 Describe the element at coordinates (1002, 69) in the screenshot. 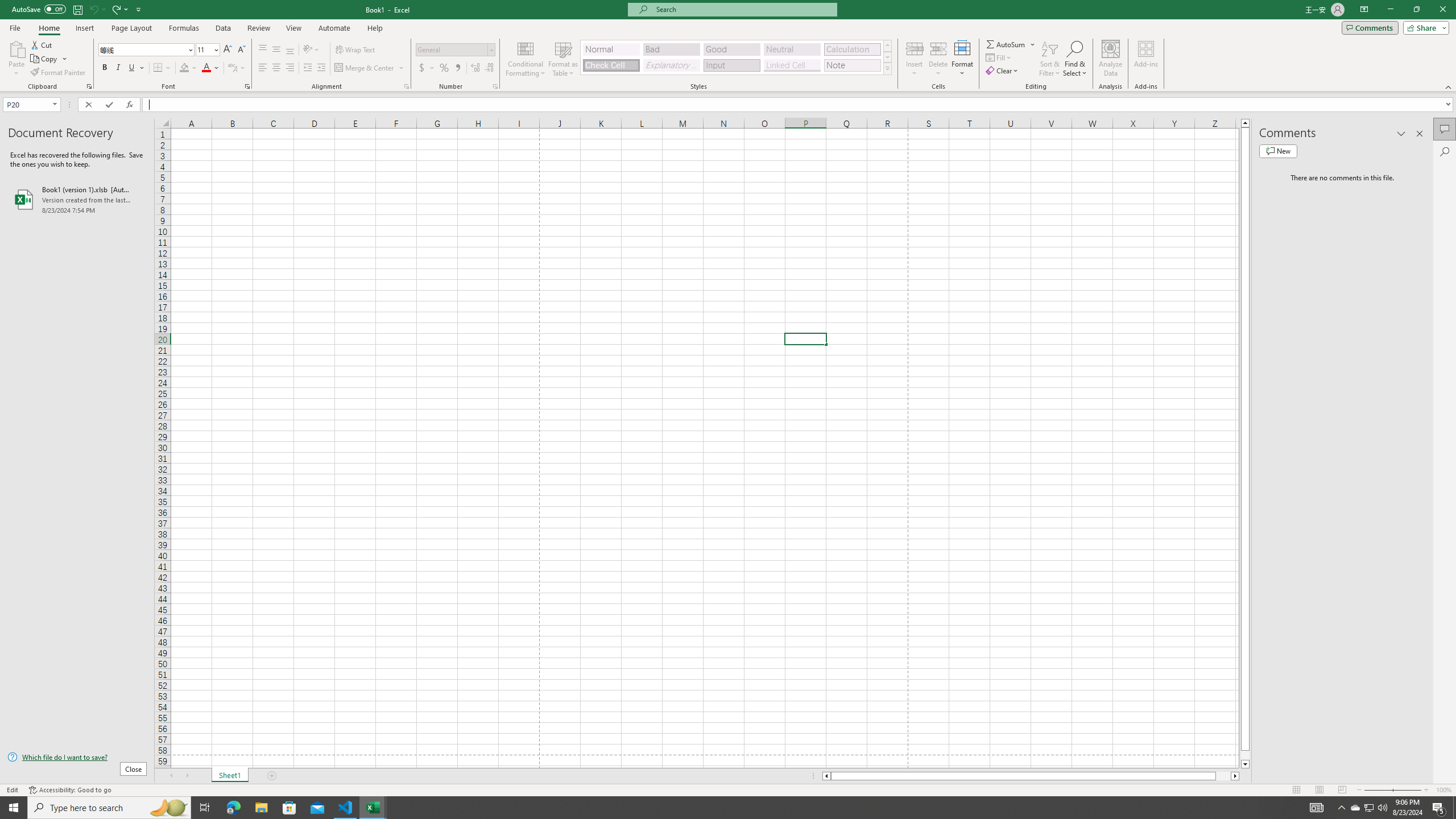

I see `'Clear'` at that location.